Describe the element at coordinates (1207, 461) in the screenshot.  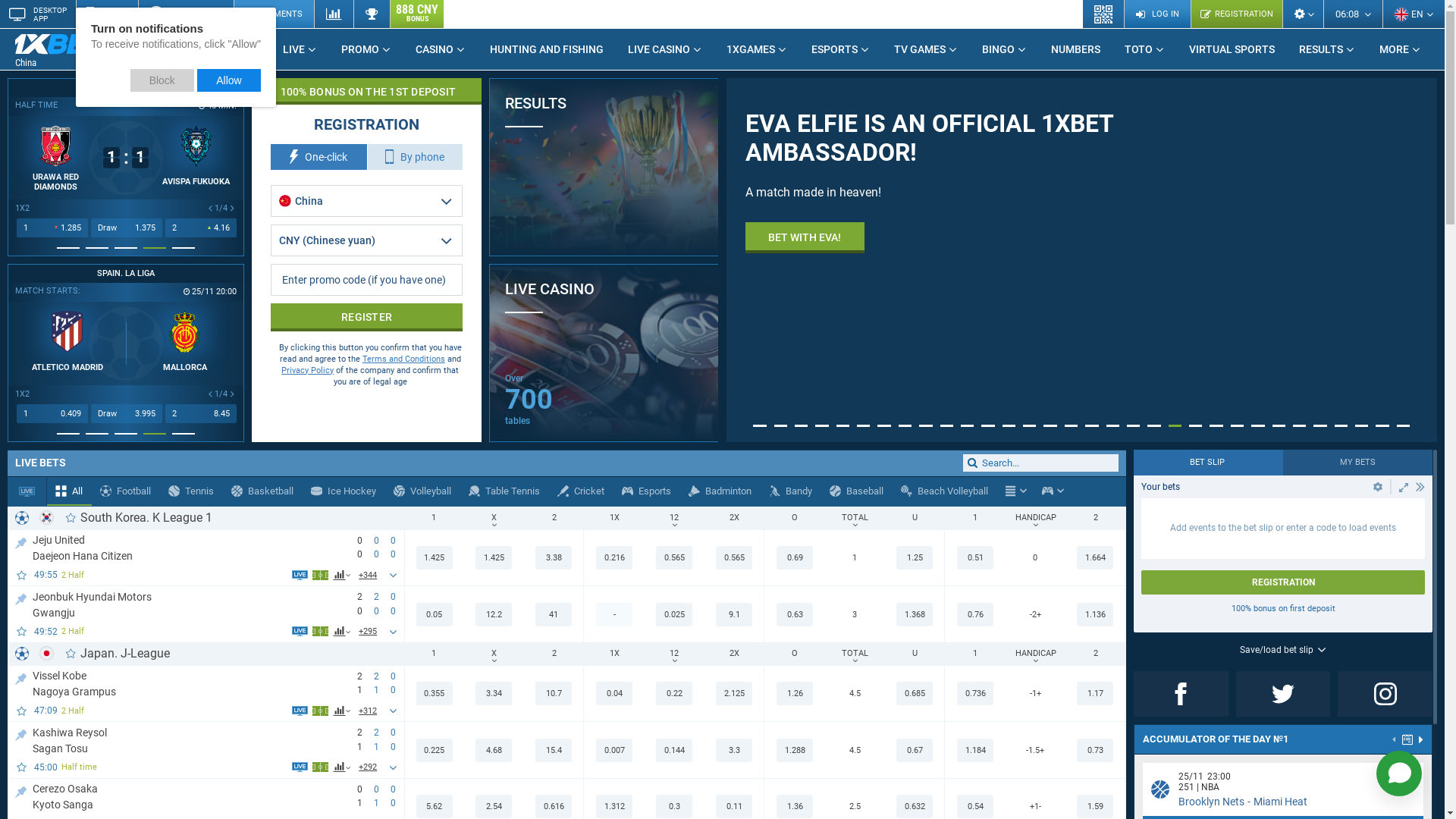
I see `'BET SLIP'` at that location.